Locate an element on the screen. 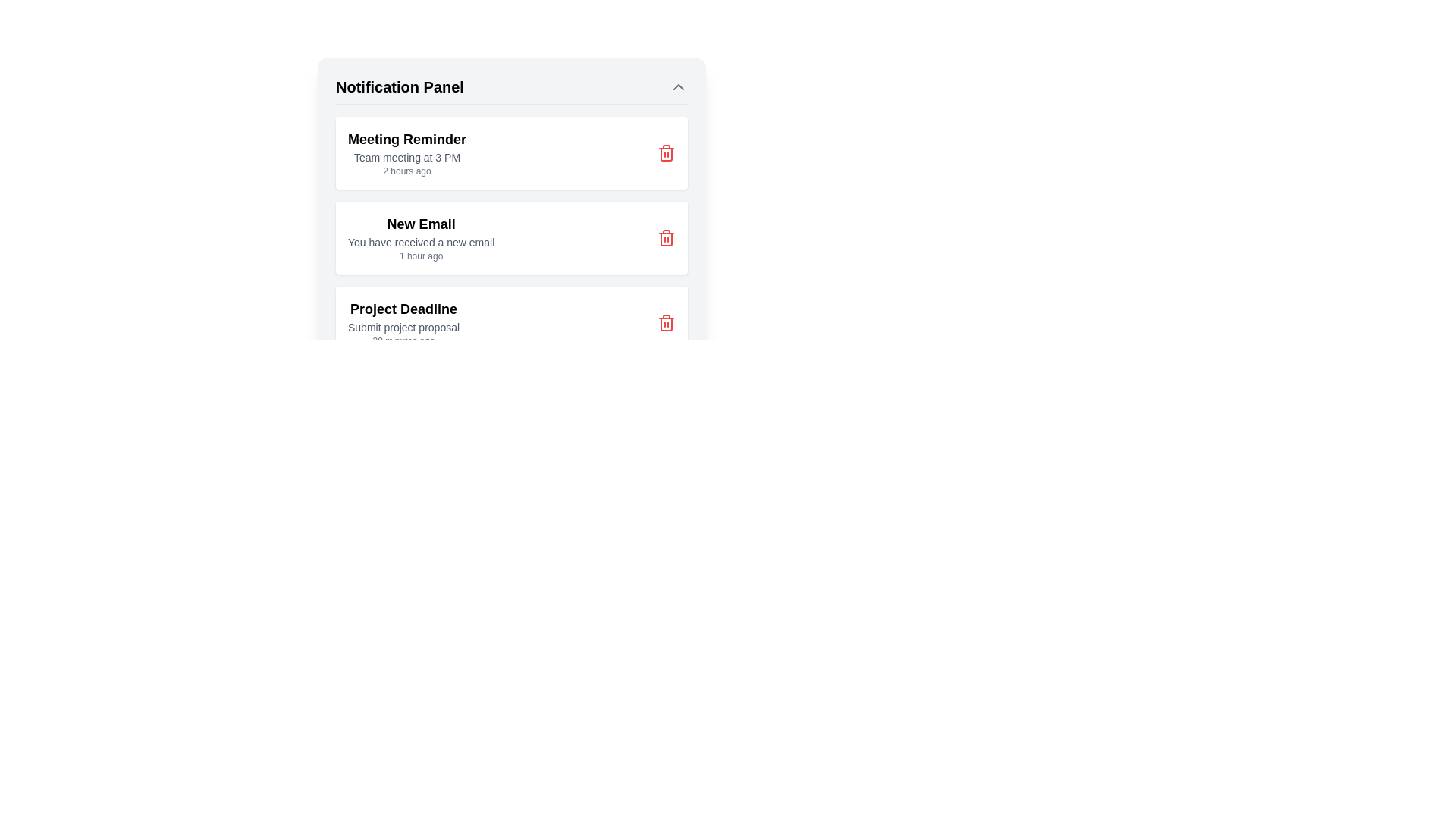 The height and width of the screenshot is (819, 1456). the timestamp label indicating the 'Meeting Reminder' notification created or modified two hours ago, which is the last line in the notification block is located at coordinates (407, 171).